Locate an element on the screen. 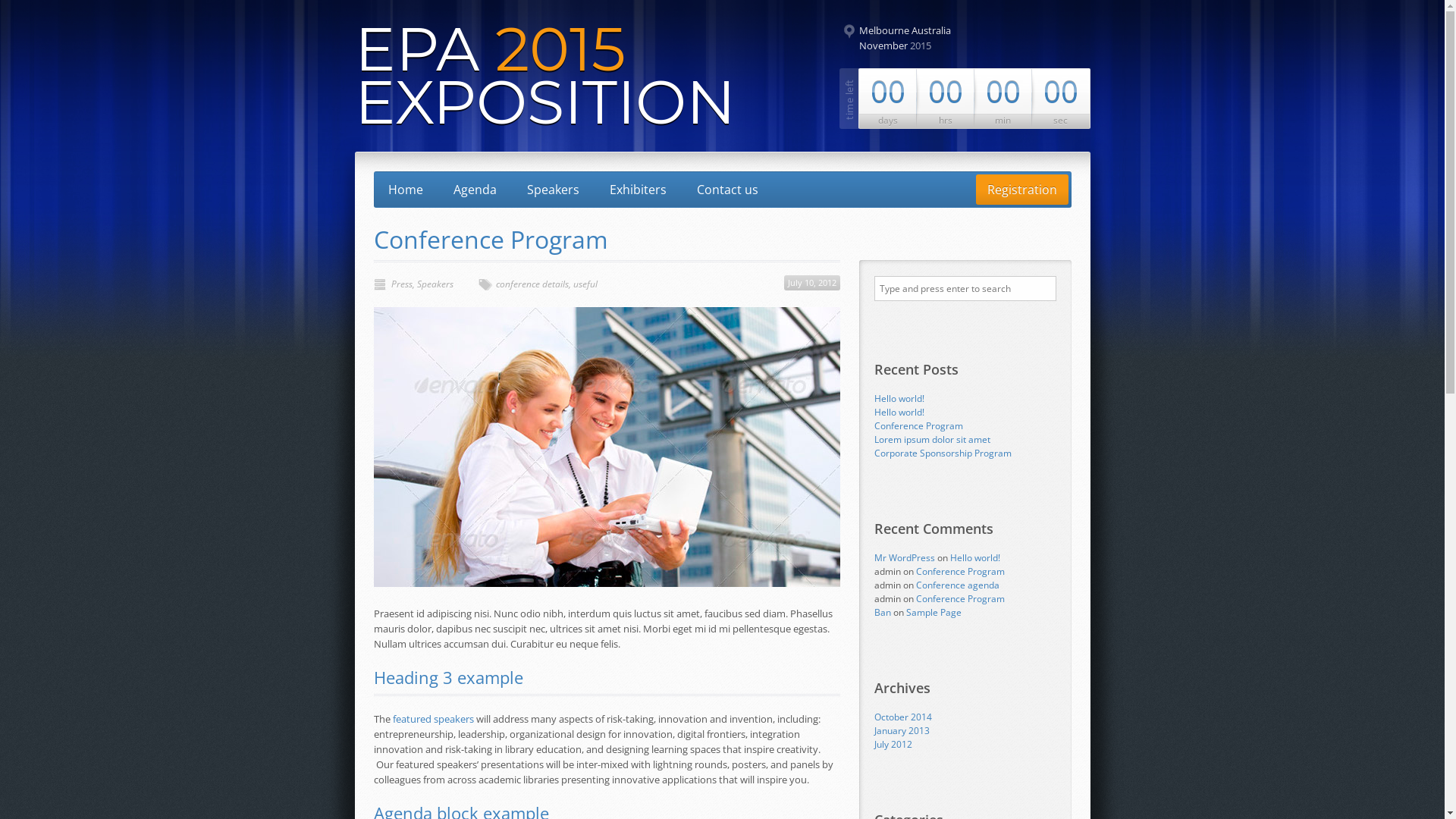 This screenshot has width=1456, height=819. 'Agenda' is located at coordinates (473, 189).